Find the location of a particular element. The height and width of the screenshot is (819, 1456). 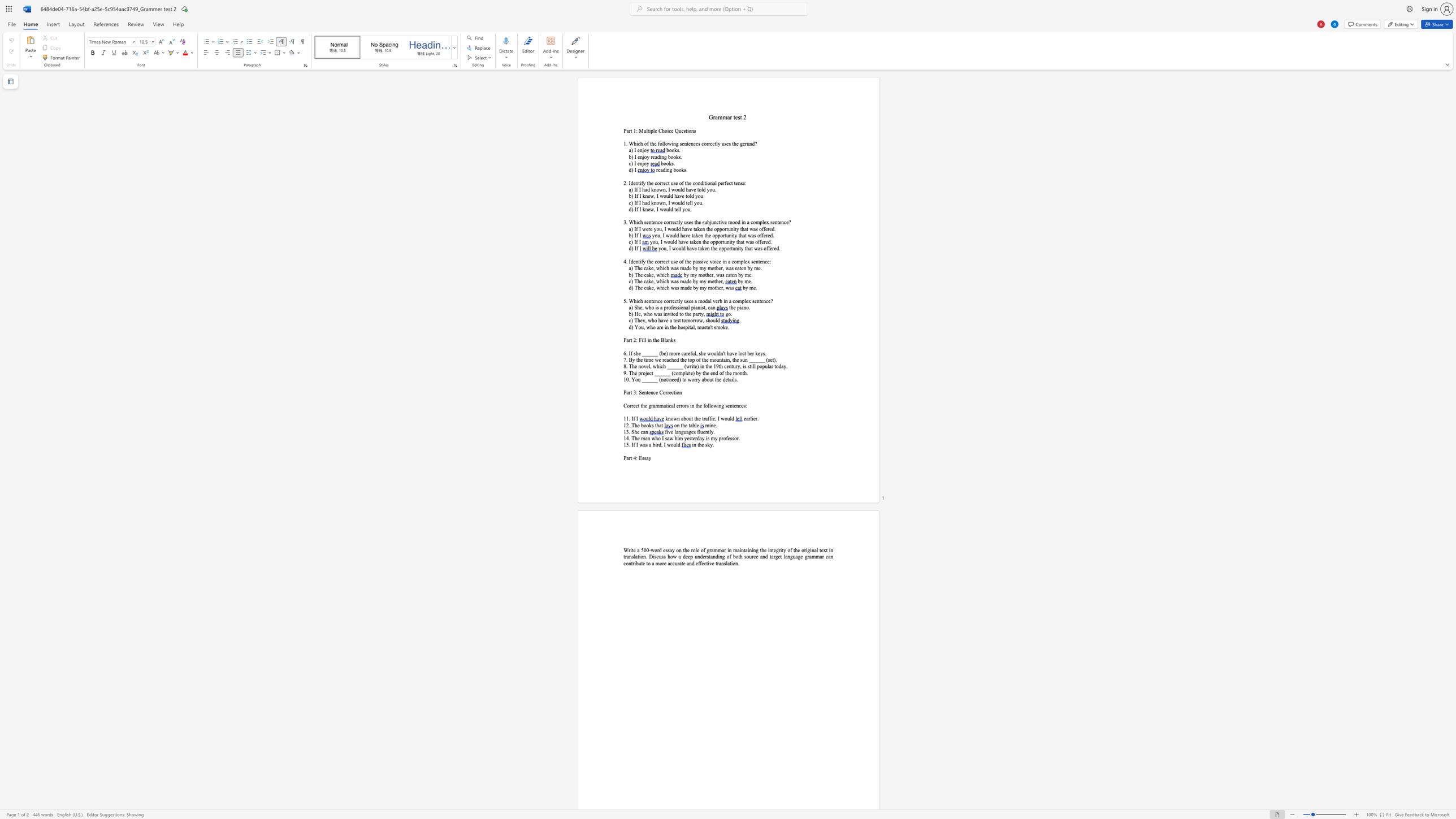

the space between the continuous character "t" and "a" in the text is located at coordinates (690, 425).